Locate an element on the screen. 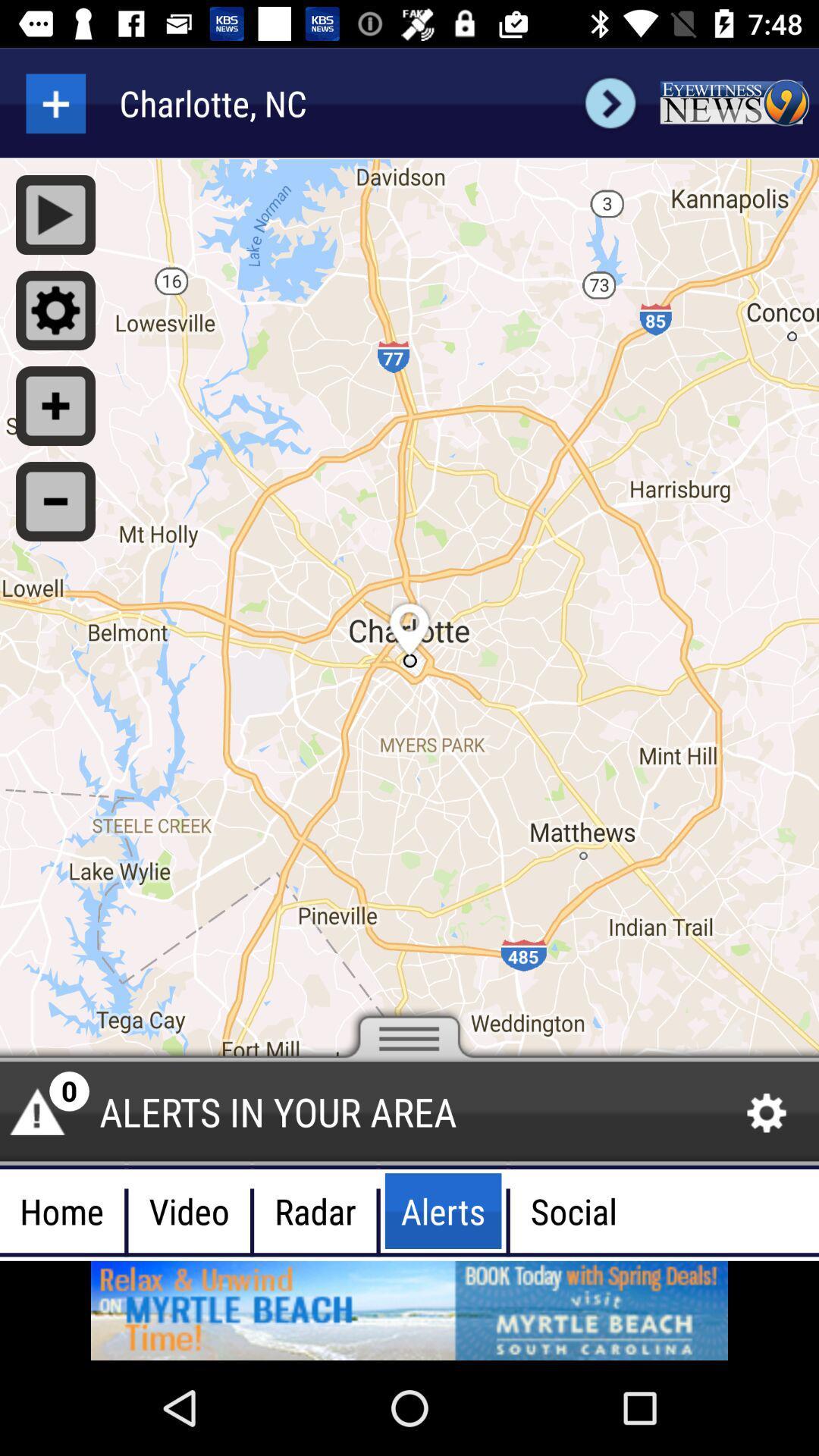 The height and width of the screenshot is (1456, 819). the add icon is located at coordinates (55, 102).